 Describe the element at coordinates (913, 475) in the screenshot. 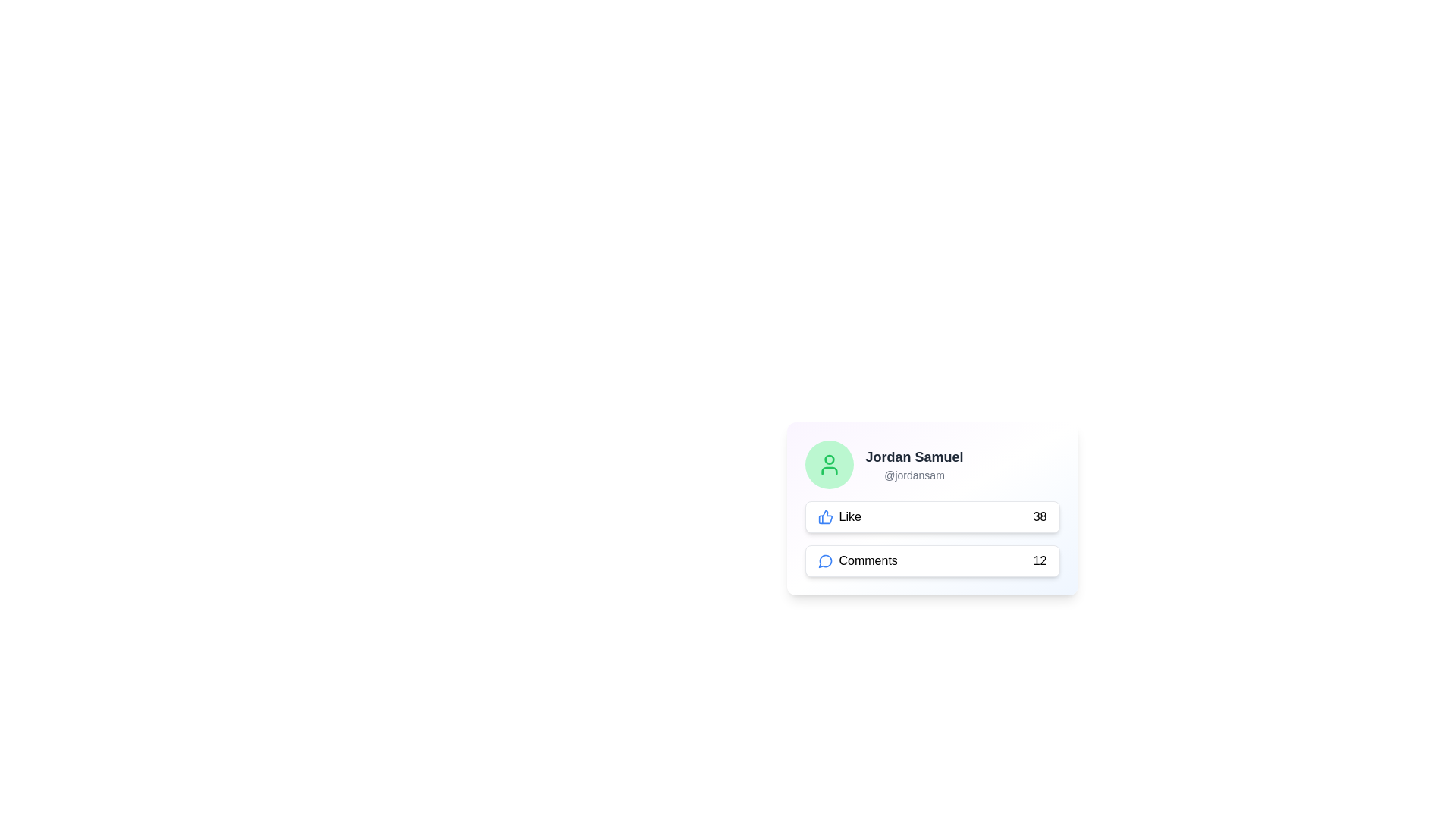

I see `text label displaying the user's handle '@jordansam' located beneath the bold 'Jordan Samuel' heading in the user's profile card area` at that location.